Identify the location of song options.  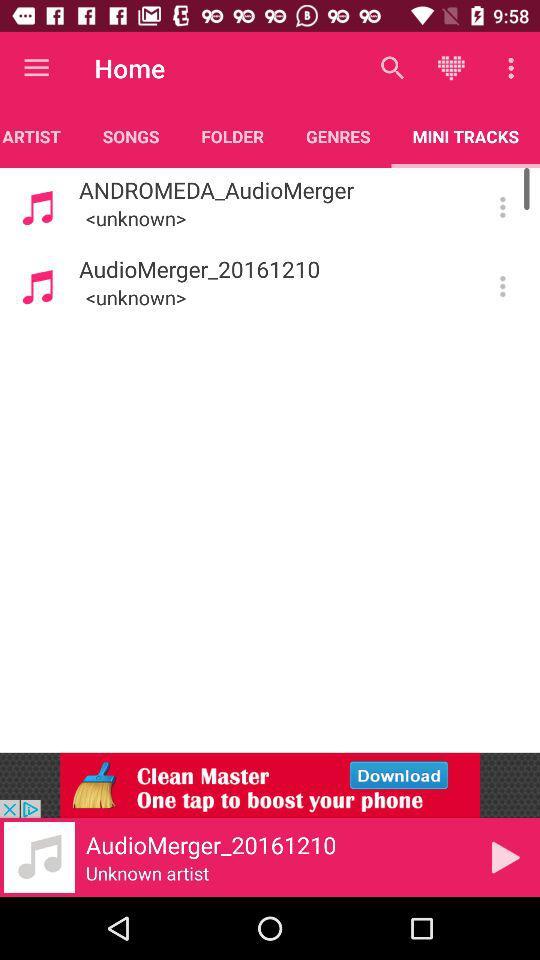
(501, 285).